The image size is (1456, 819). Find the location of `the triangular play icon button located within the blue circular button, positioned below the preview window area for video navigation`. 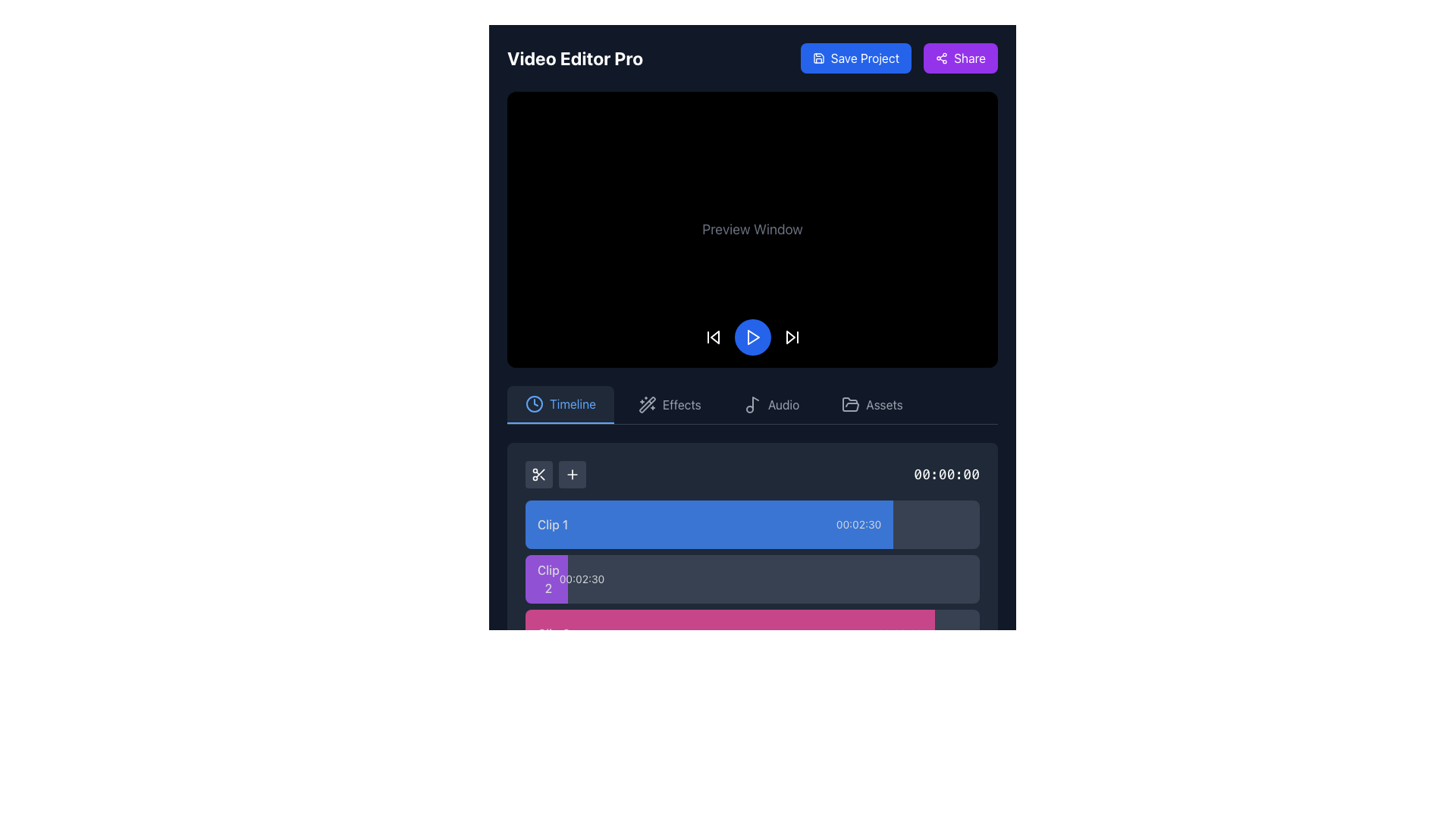

the triangular play icon button located within the blue circular button, positioned below the preview window area for video navigation is located at coordinates (752, 336).